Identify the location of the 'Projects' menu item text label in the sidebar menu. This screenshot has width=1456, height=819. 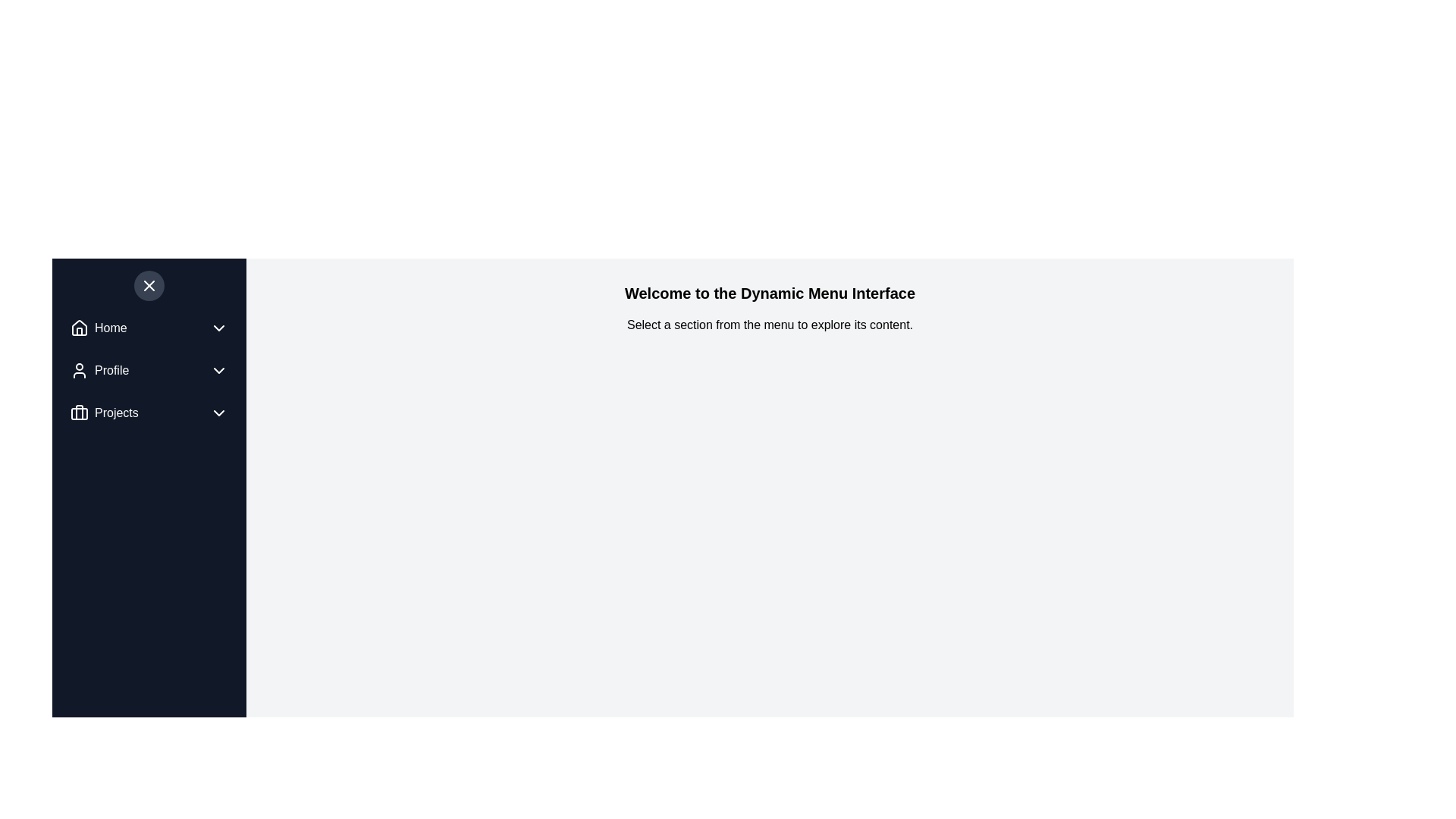
(115, 413).